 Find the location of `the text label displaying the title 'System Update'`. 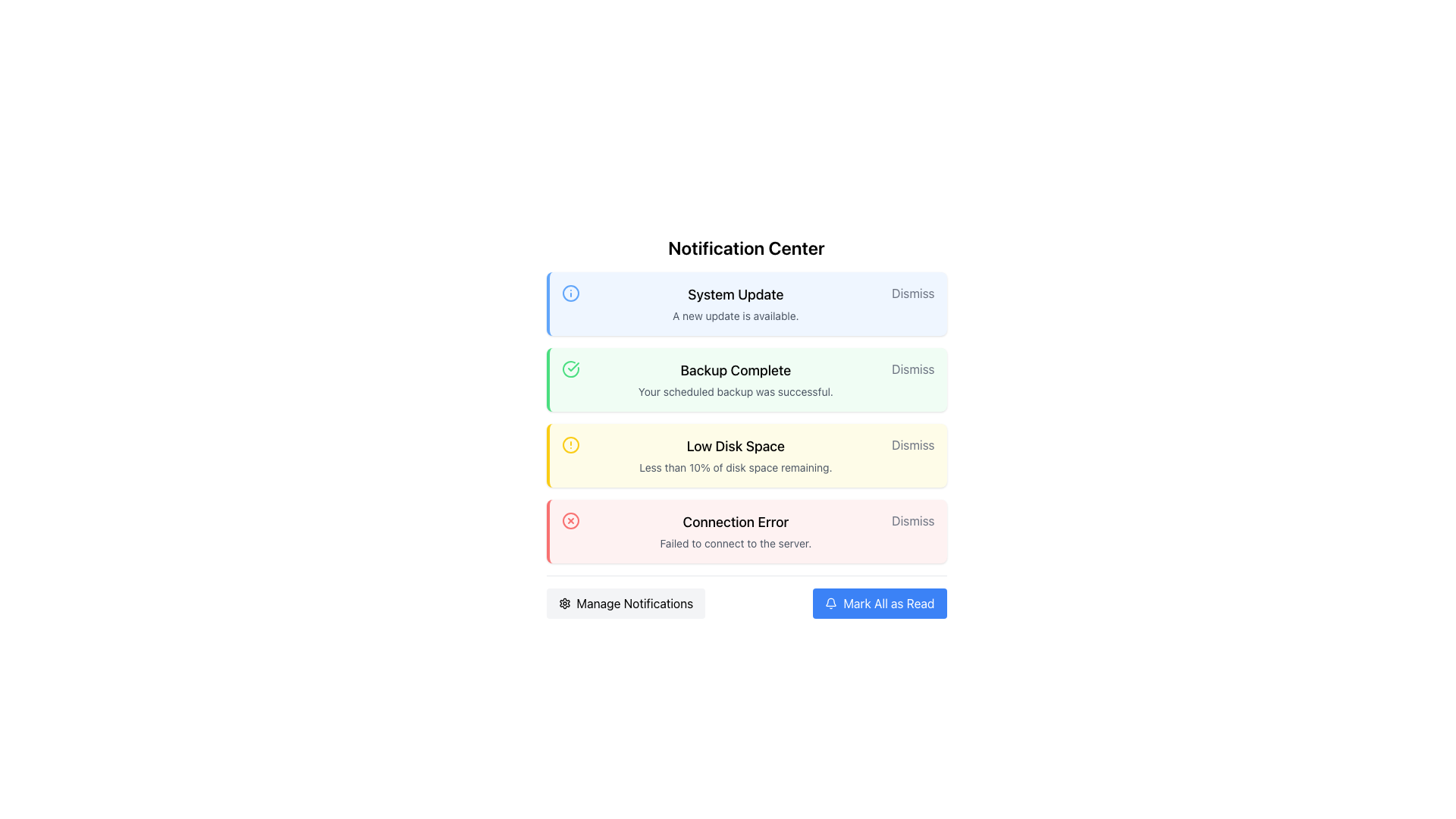

the text label displaying the title 'System Update' is located at coordinates (736, 295).